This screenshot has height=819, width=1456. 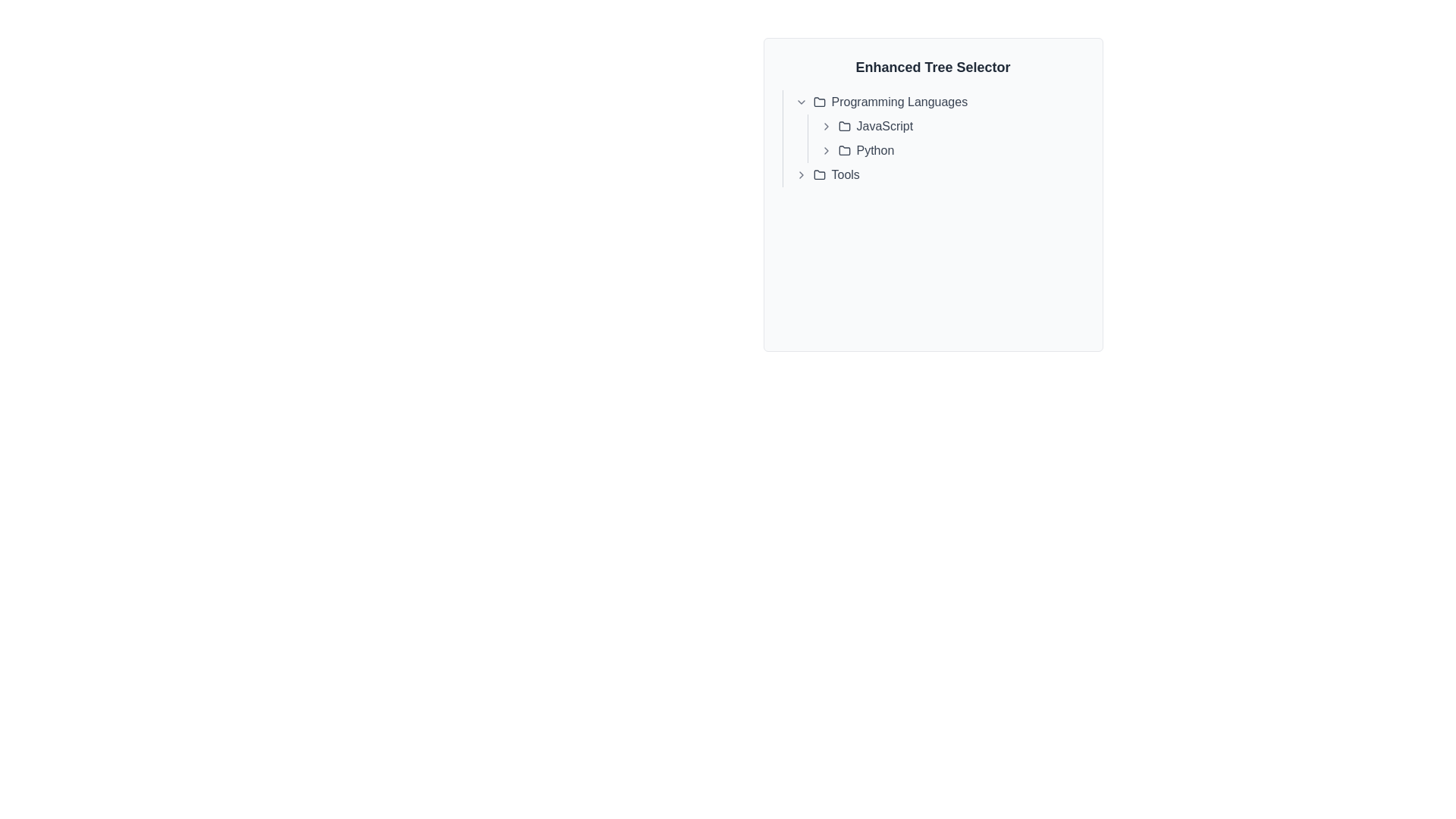 I want to click on the folder icon representing the 'Programming Languages' category in the tree structure, so click(x=818, y=102).